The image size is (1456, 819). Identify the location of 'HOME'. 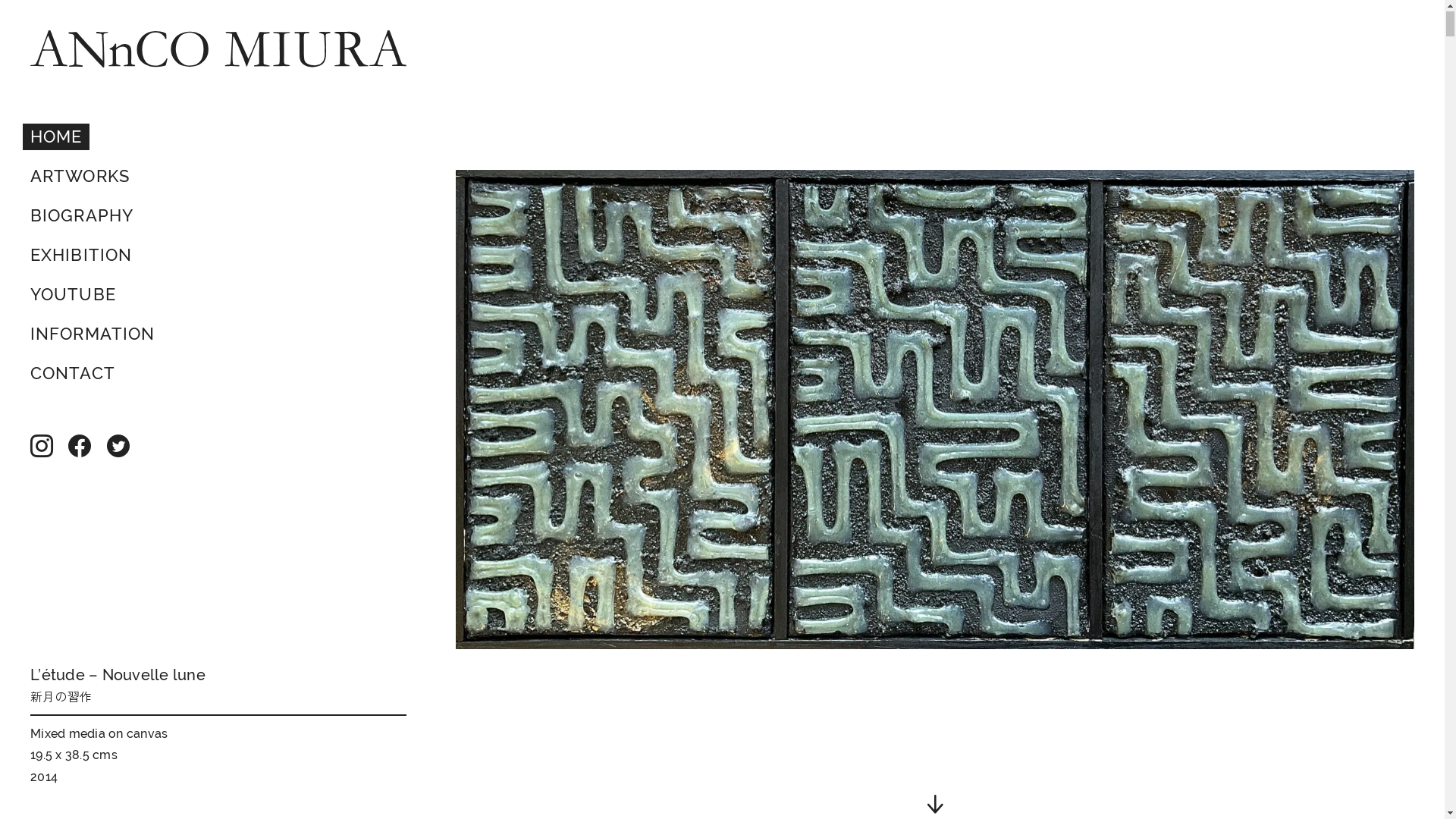
(55, 137).